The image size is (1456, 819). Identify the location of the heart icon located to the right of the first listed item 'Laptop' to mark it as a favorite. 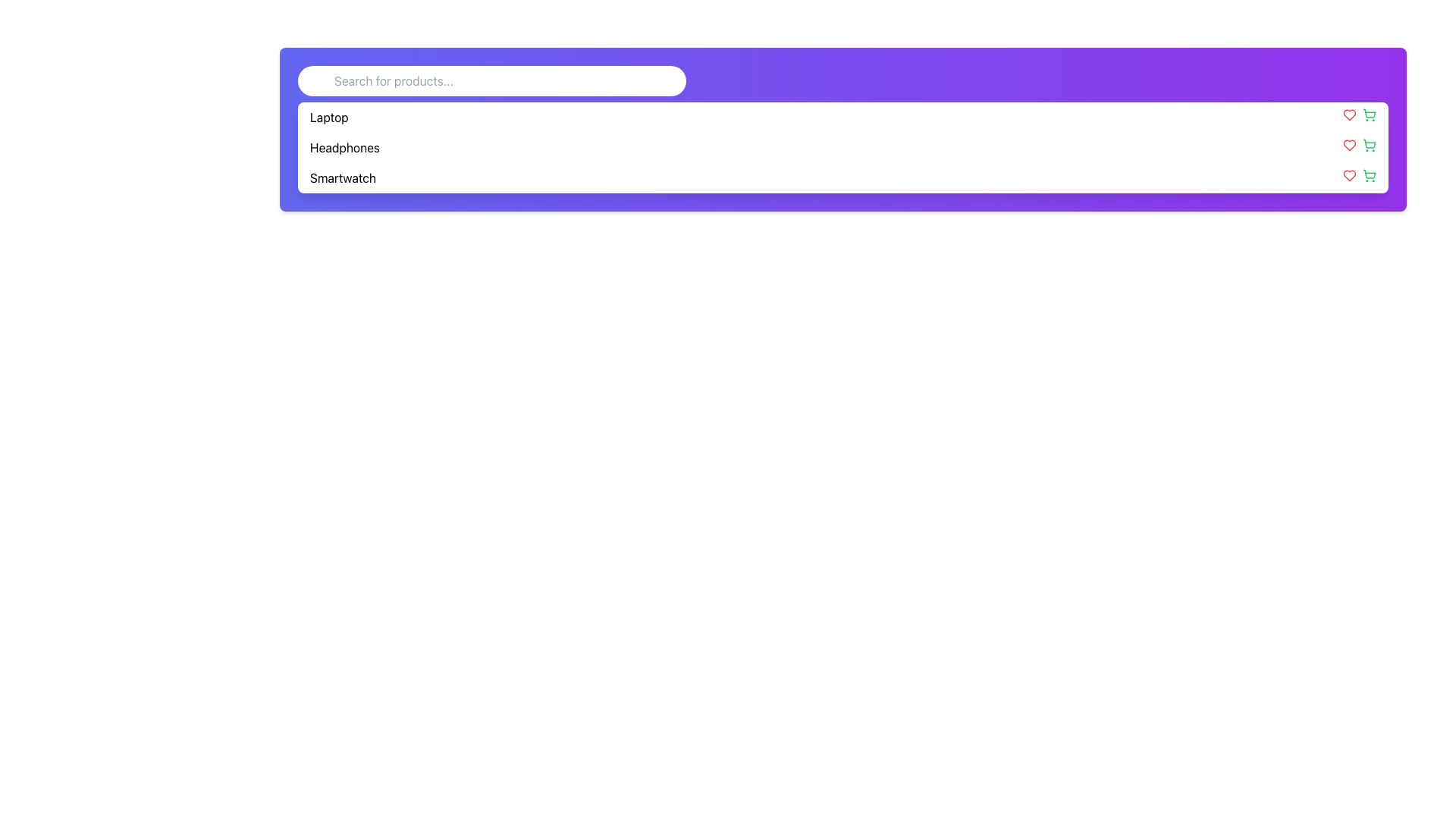
(1350, 114).